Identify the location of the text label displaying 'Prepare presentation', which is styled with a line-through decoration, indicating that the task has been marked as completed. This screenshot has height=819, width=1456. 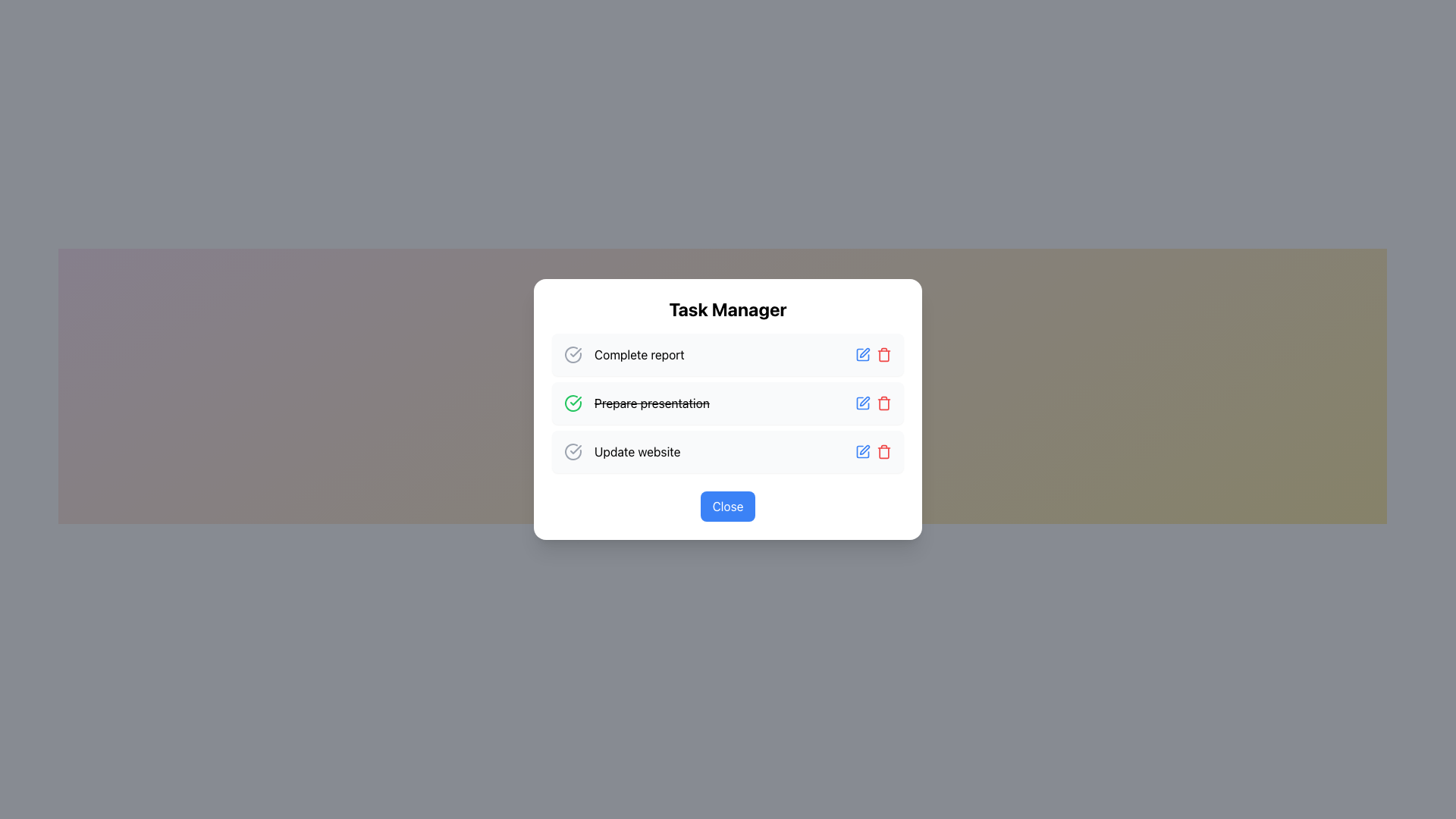
(651, 403).